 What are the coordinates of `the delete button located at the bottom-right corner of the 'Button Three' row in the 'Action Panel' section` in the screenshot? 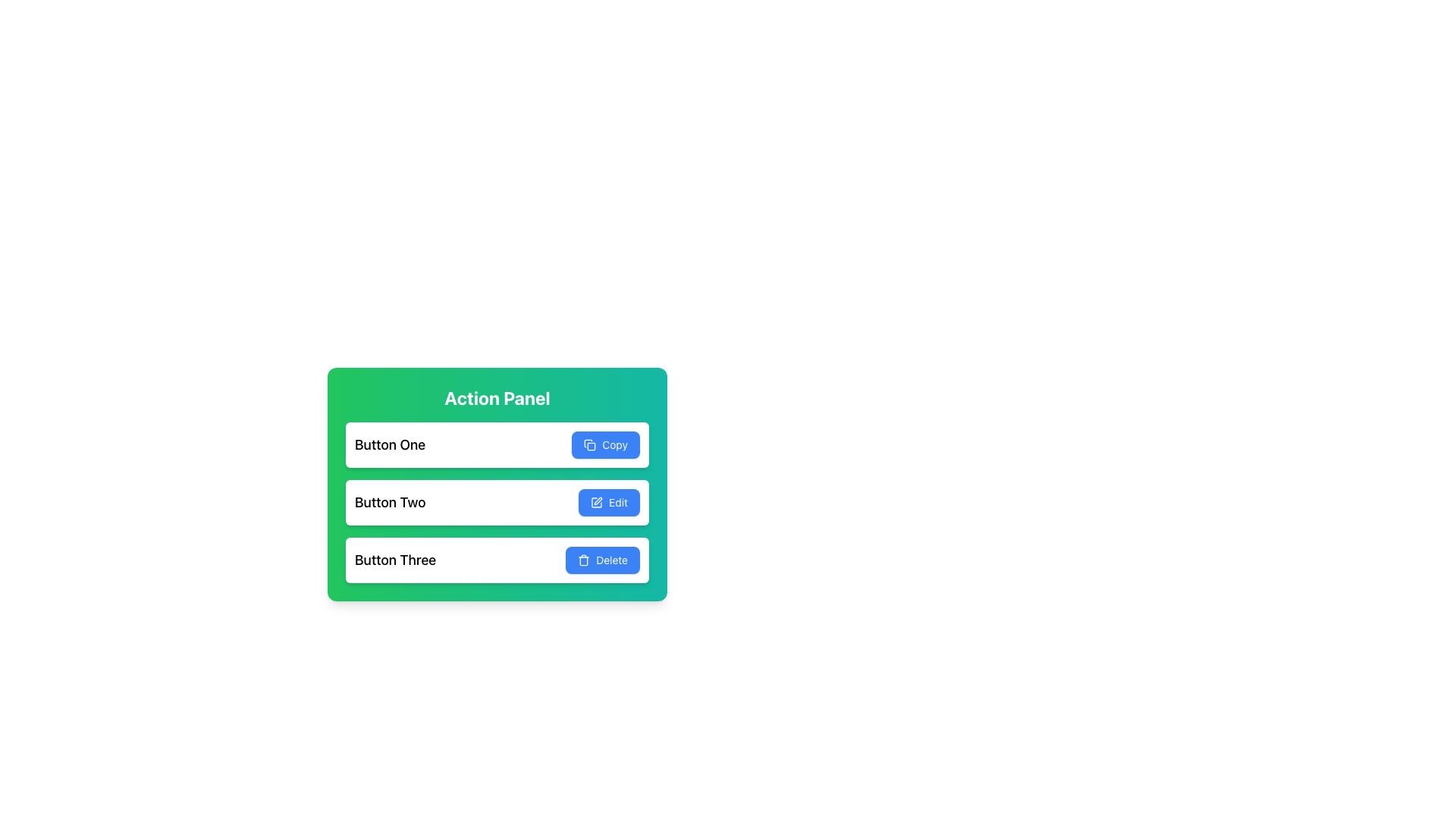 It's located at (602, 560).